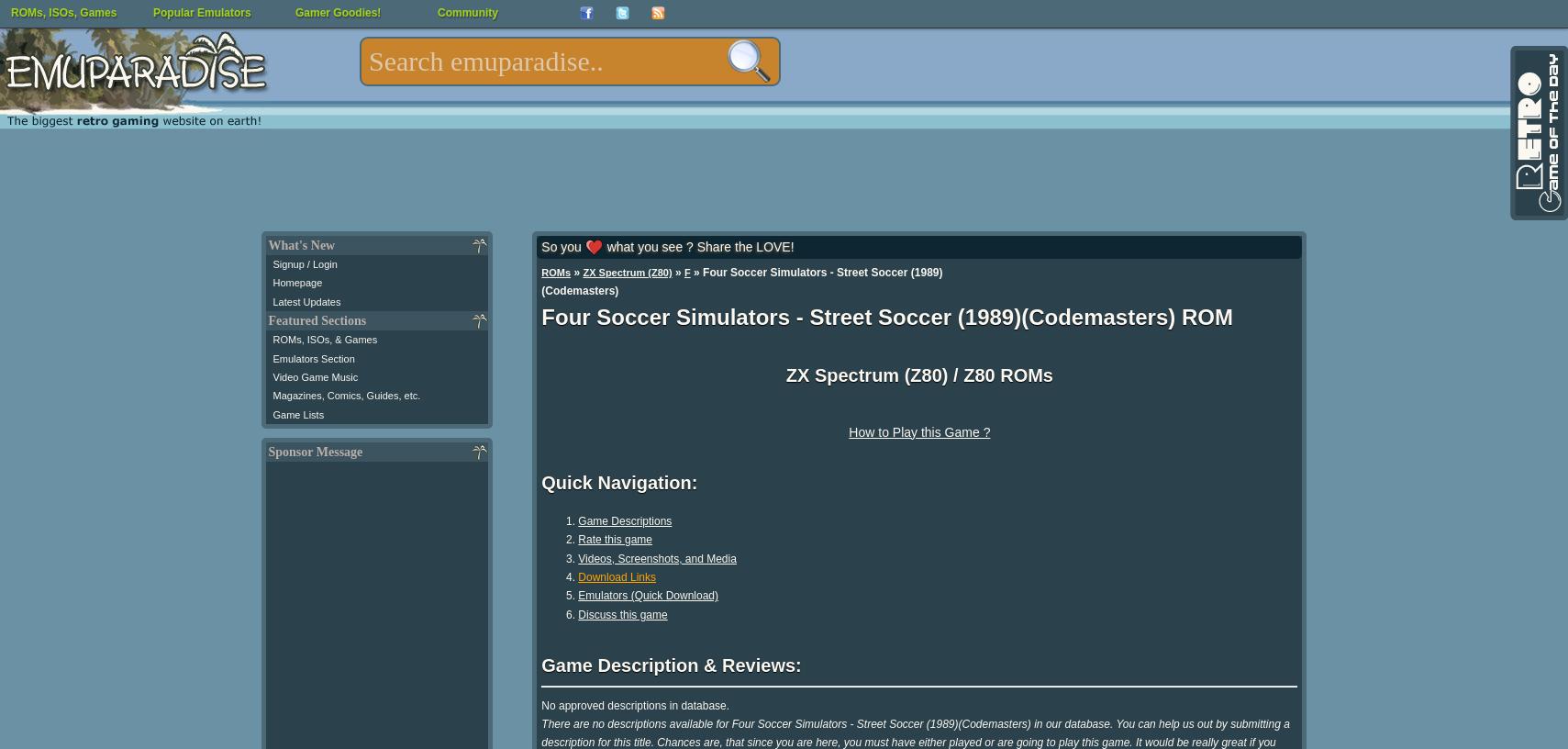  Describe the element at coordinates (647, 594) in the screenshot. I see `'Emulators (Quick Download)'` at that location.